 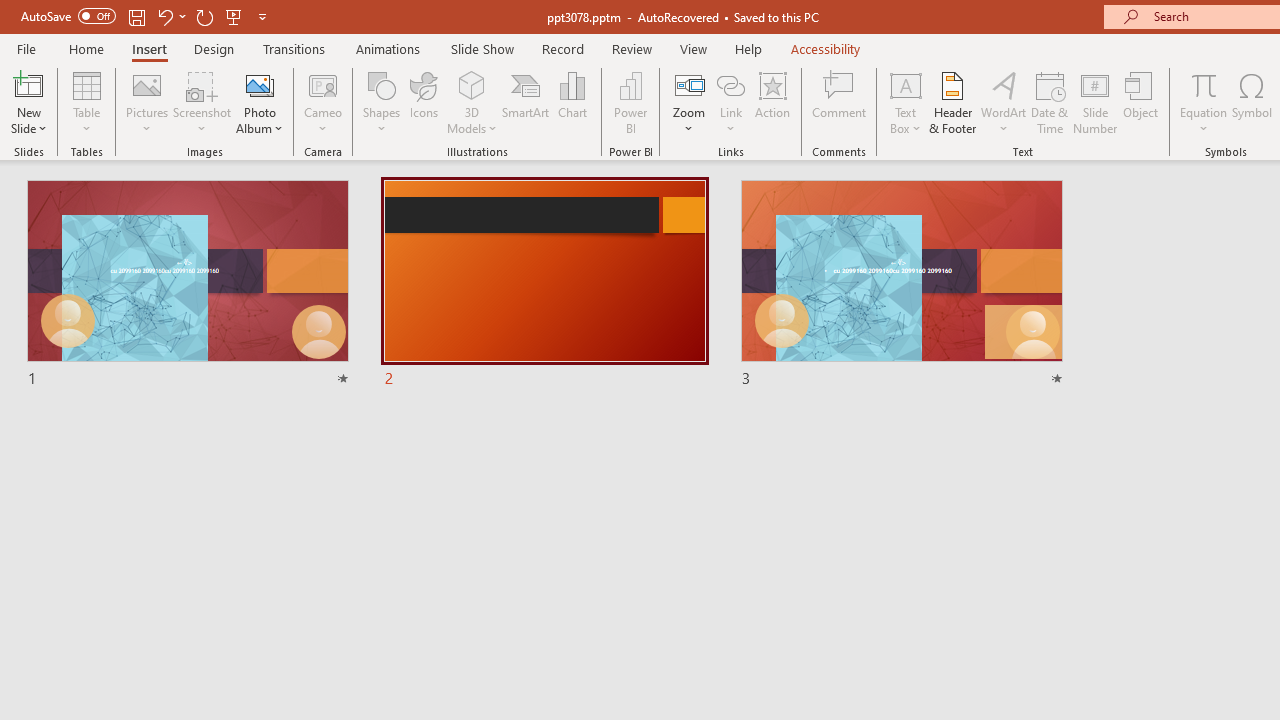 I want to click on 'Link', so click(x=730, y=84).